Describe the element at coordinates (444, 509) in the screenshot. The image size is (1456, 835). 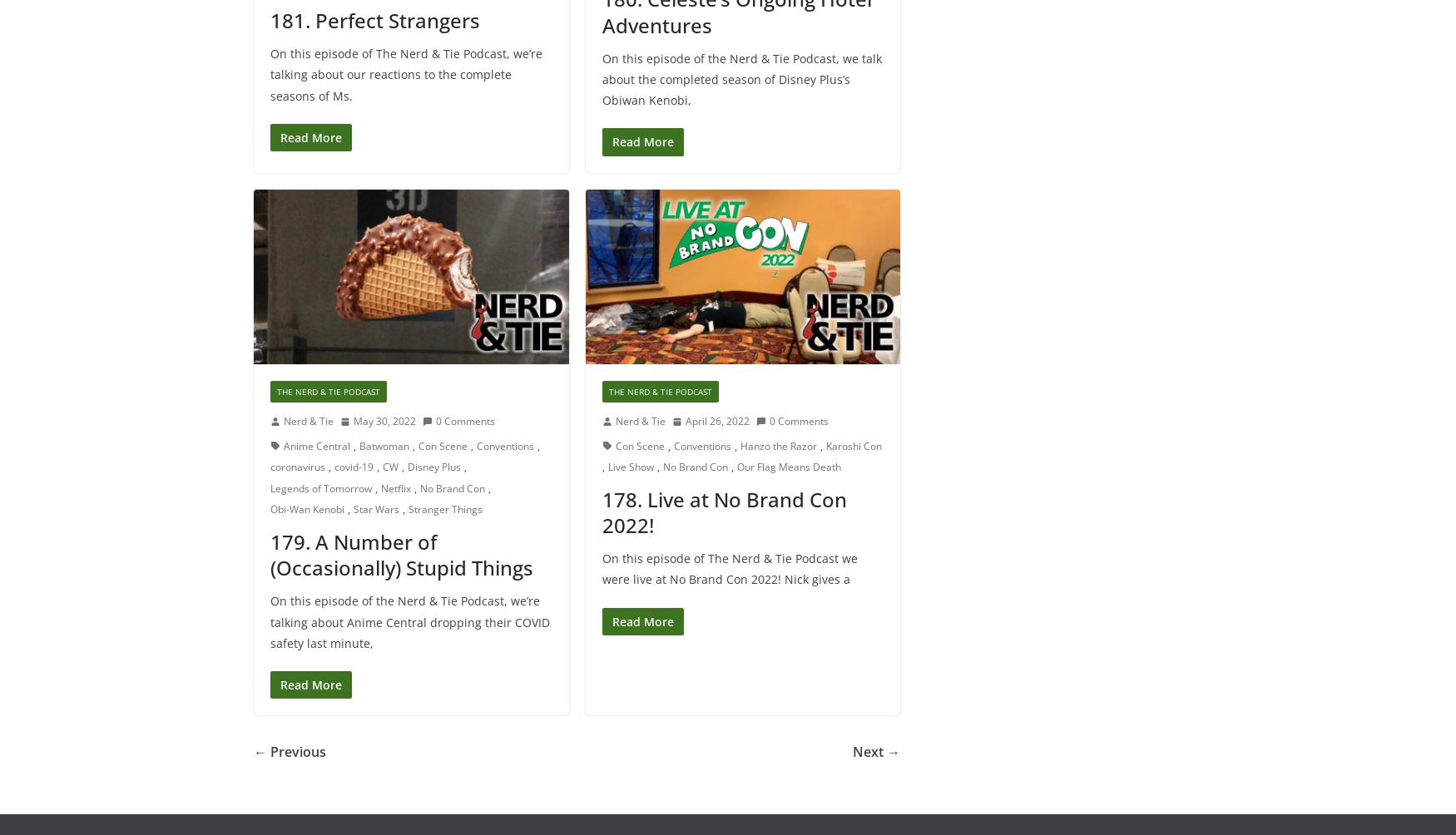
I see `'Stranger Things'` at that location.